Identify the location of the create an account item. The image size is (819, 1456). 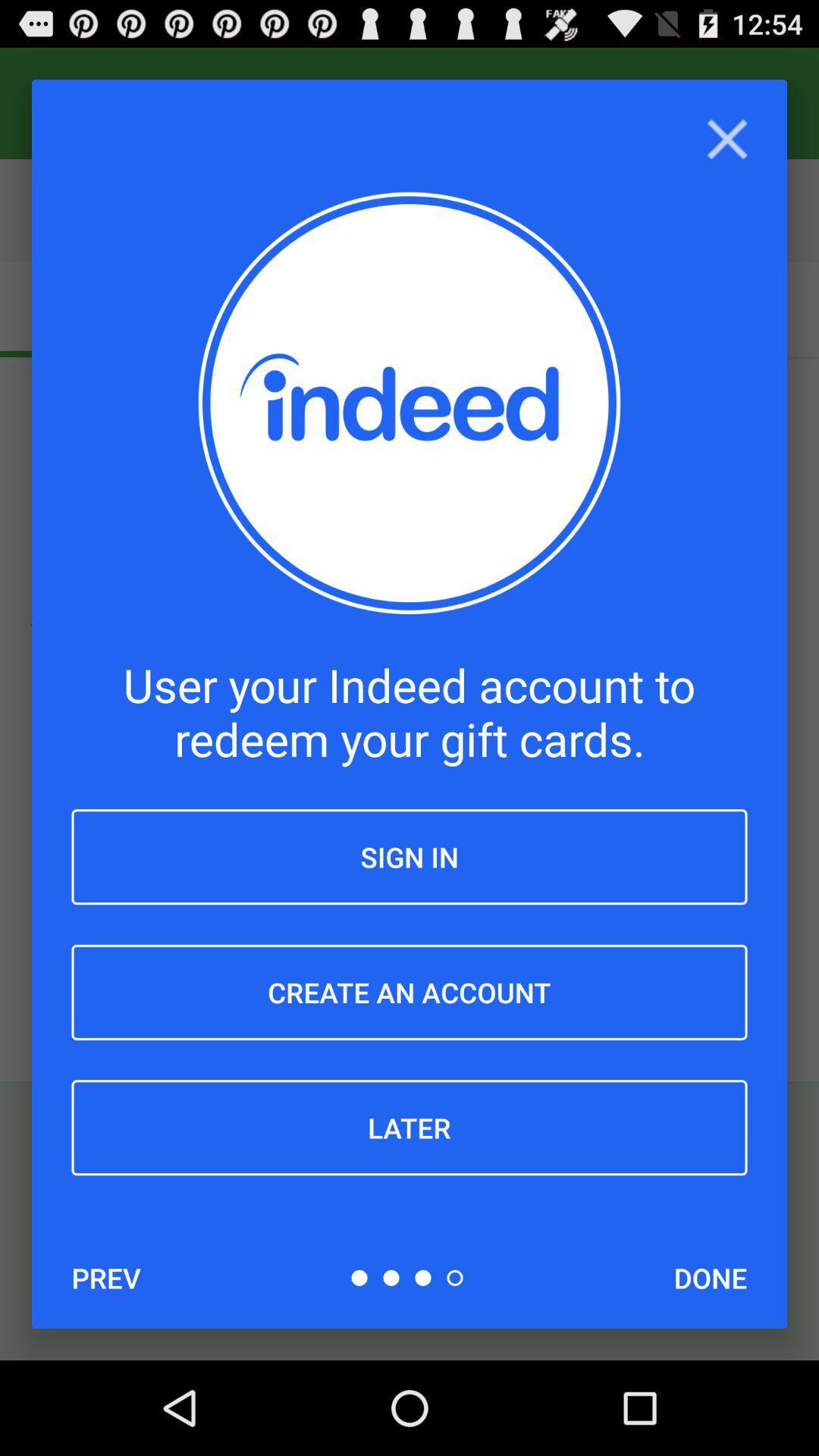
(409, 992).